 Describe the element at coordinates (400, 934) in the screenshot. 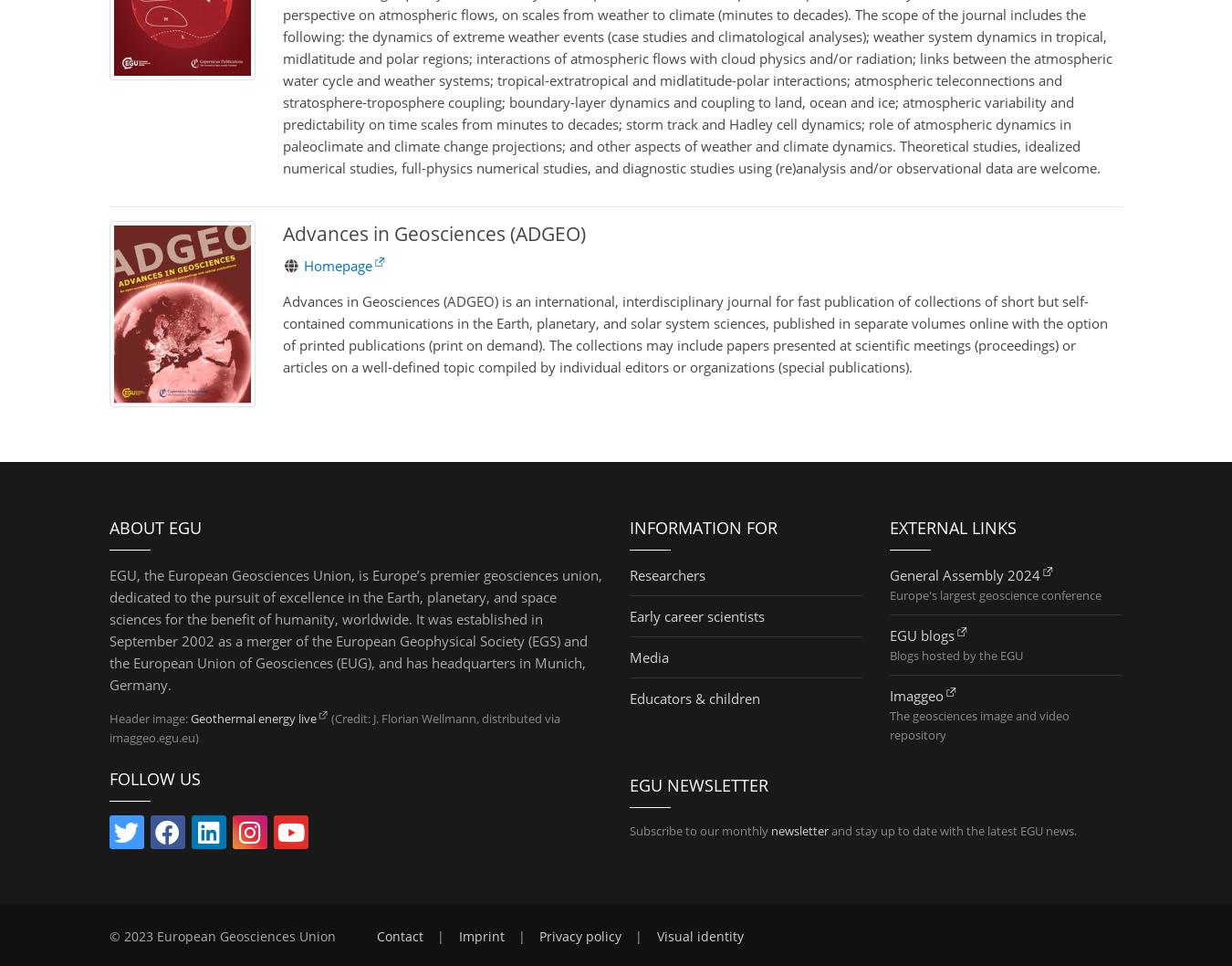

I see `'Contact'` at that location.